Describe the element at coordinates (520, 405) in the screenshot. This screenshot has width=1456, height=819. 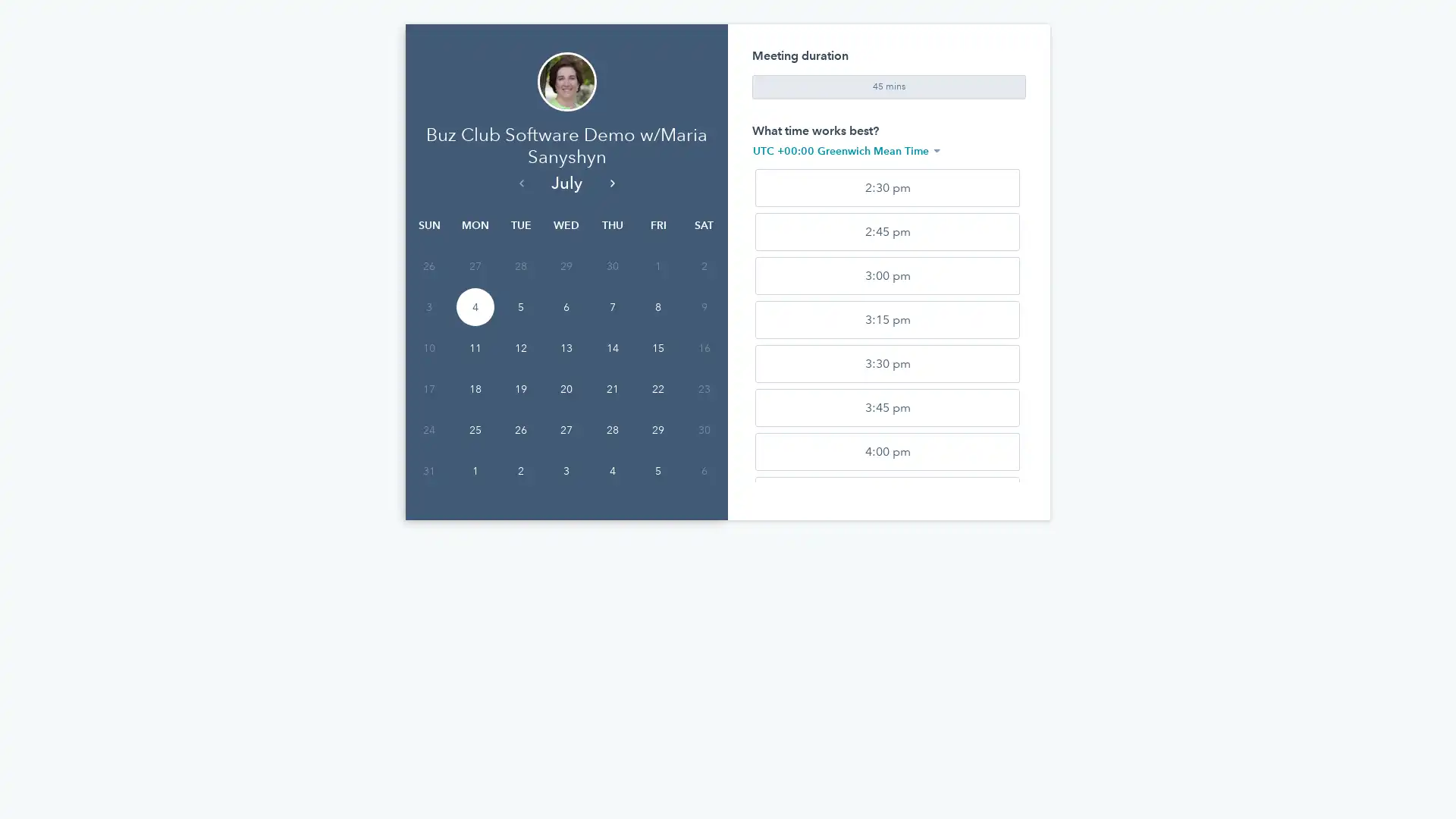
I see `July 12th` at that location.